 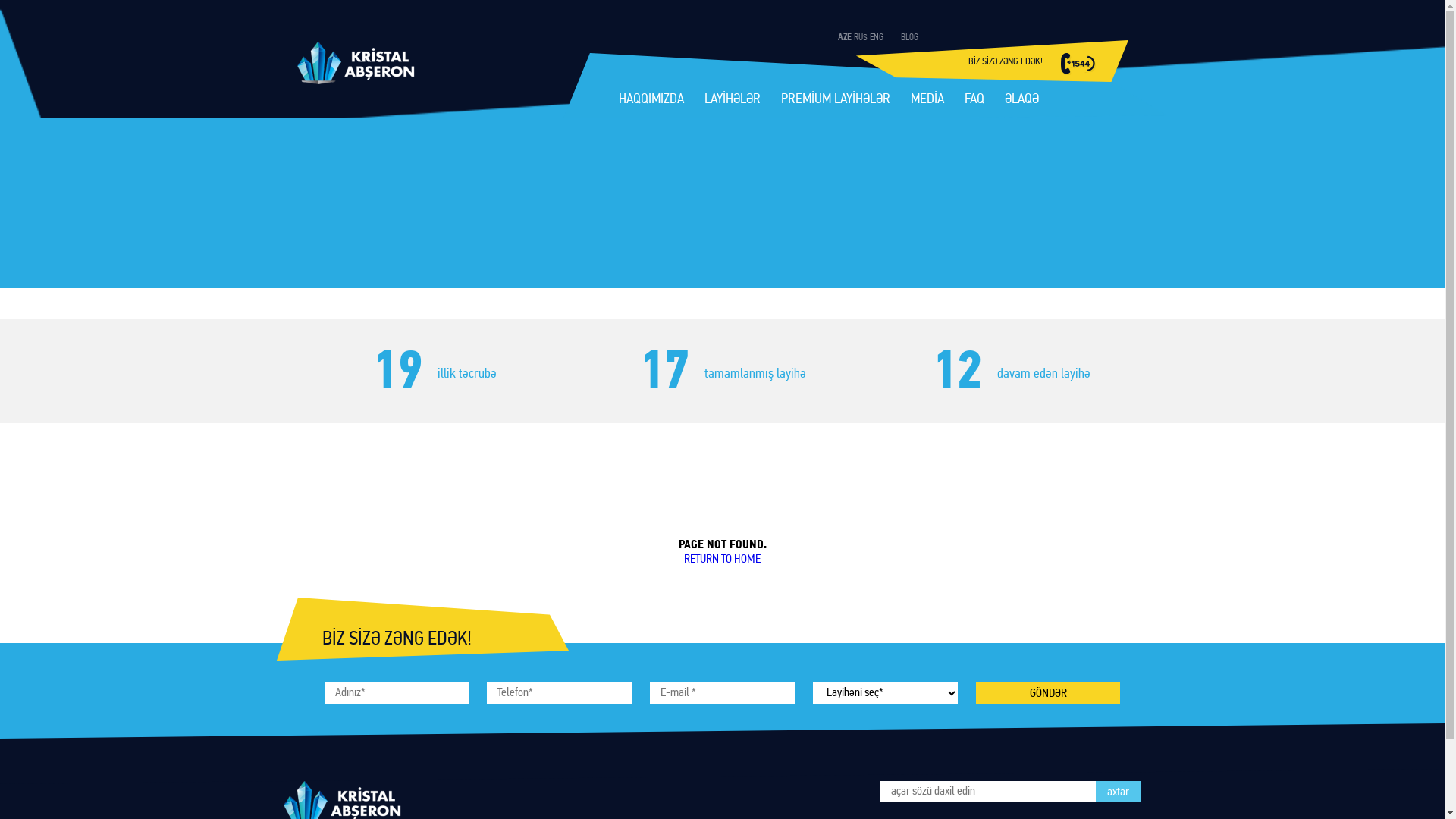 What do you see at coordinates (876, 37) in the screenshot?
I see `'ENG'` at bounding box center [876, 37].